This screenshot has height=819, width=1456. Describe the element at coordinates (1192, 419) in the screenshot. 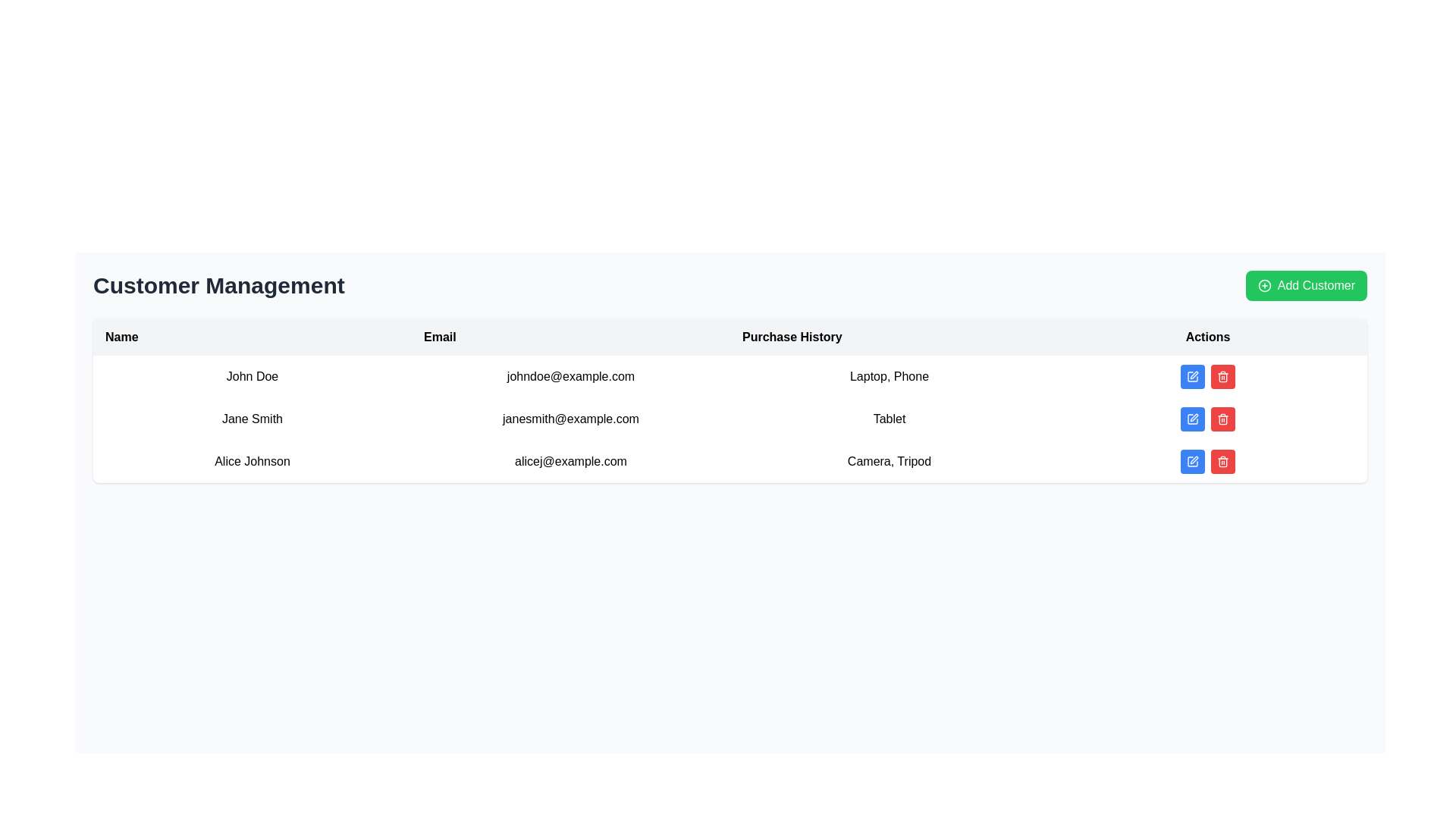

I see `the pen icon button within the blue circular background located in the 'Actions' column for the second row associated with 'Jane Smith'` at that location.